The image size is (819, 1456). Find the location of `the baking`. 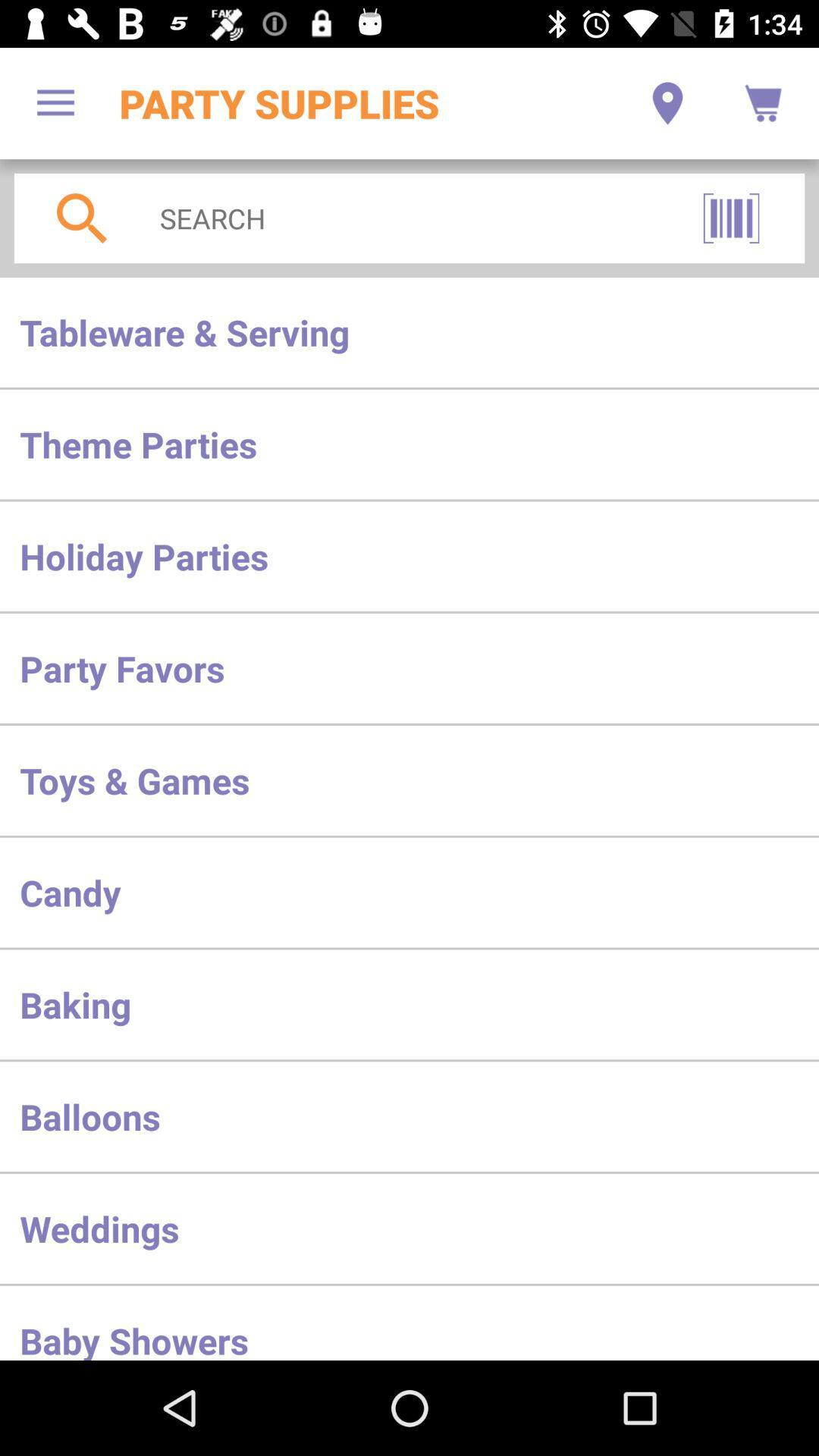

the baking is located at coordinates (409, 1004).